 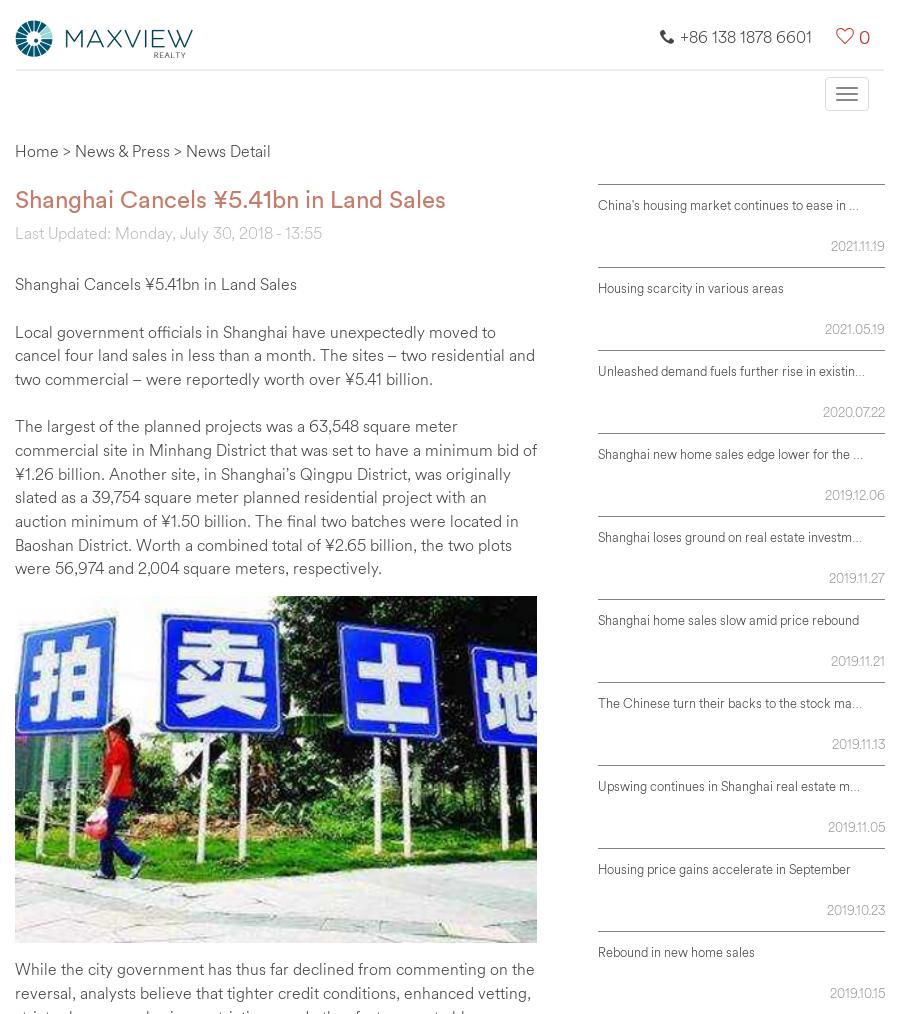 What do you see at coordinates (822, 409) in the screenshot?
I see `'2020.07.22'` at bounding box center [822, 409].